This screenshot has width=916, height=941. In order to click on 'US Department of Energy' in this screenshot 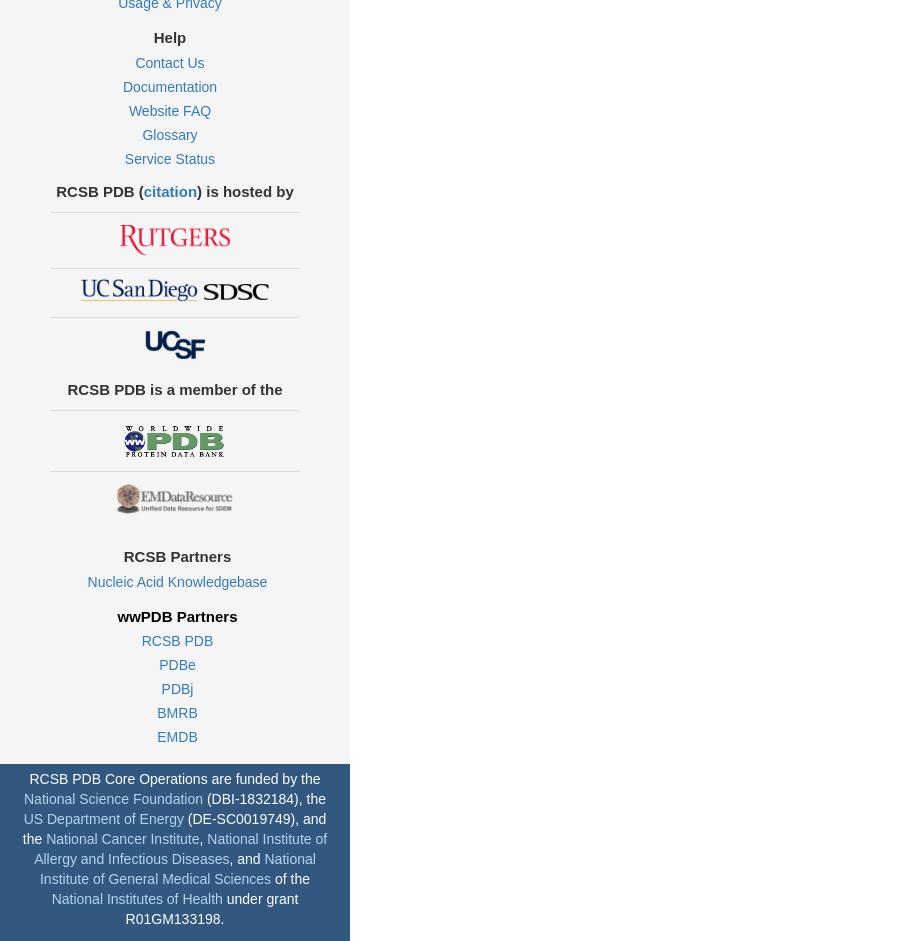, I will do `click(22, 817)`.